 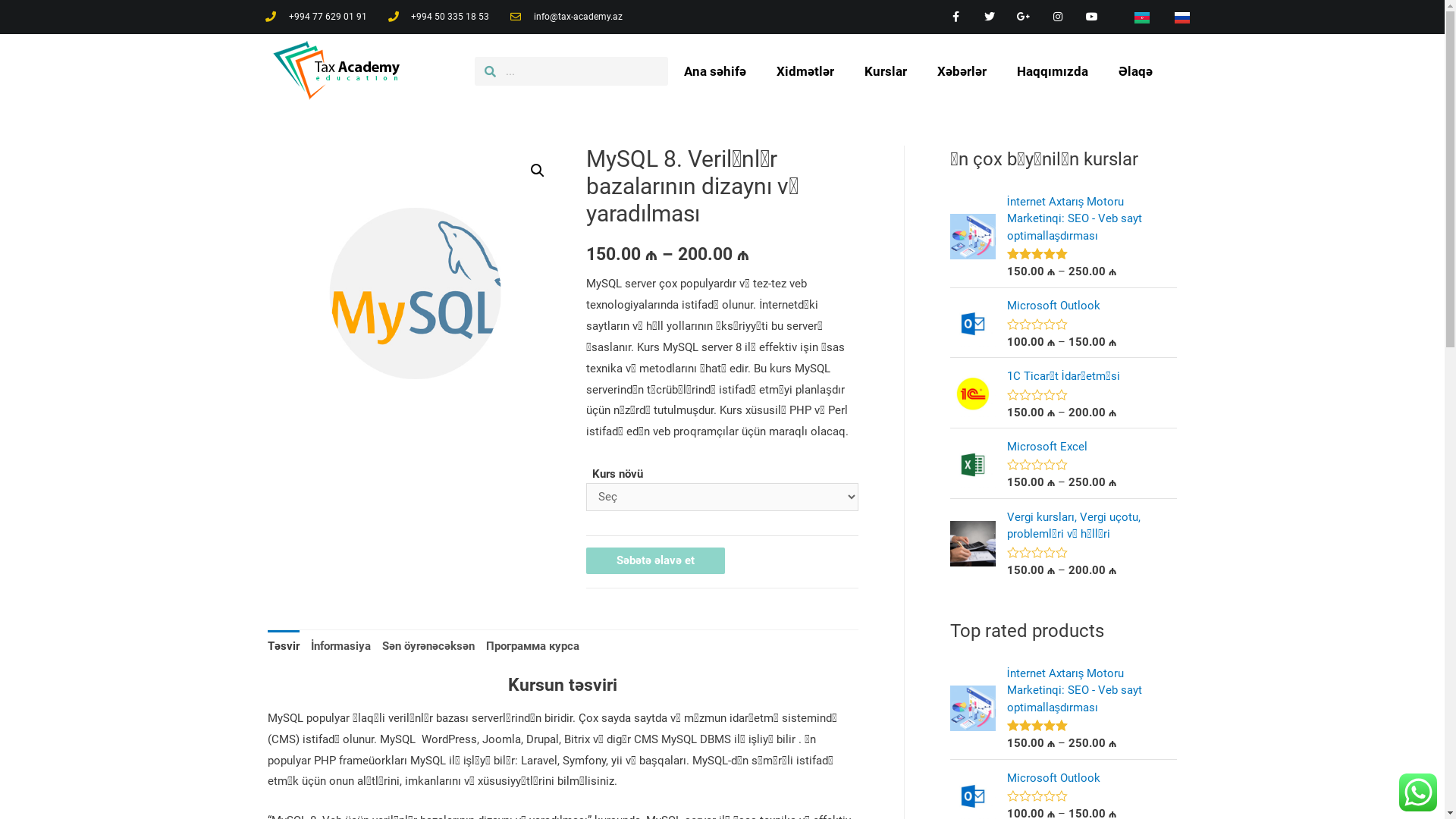 What do you see at coordinates (1417, 792) in the screenshot?
I see `'WhatsApp'` at bounding box center [1417, 792].